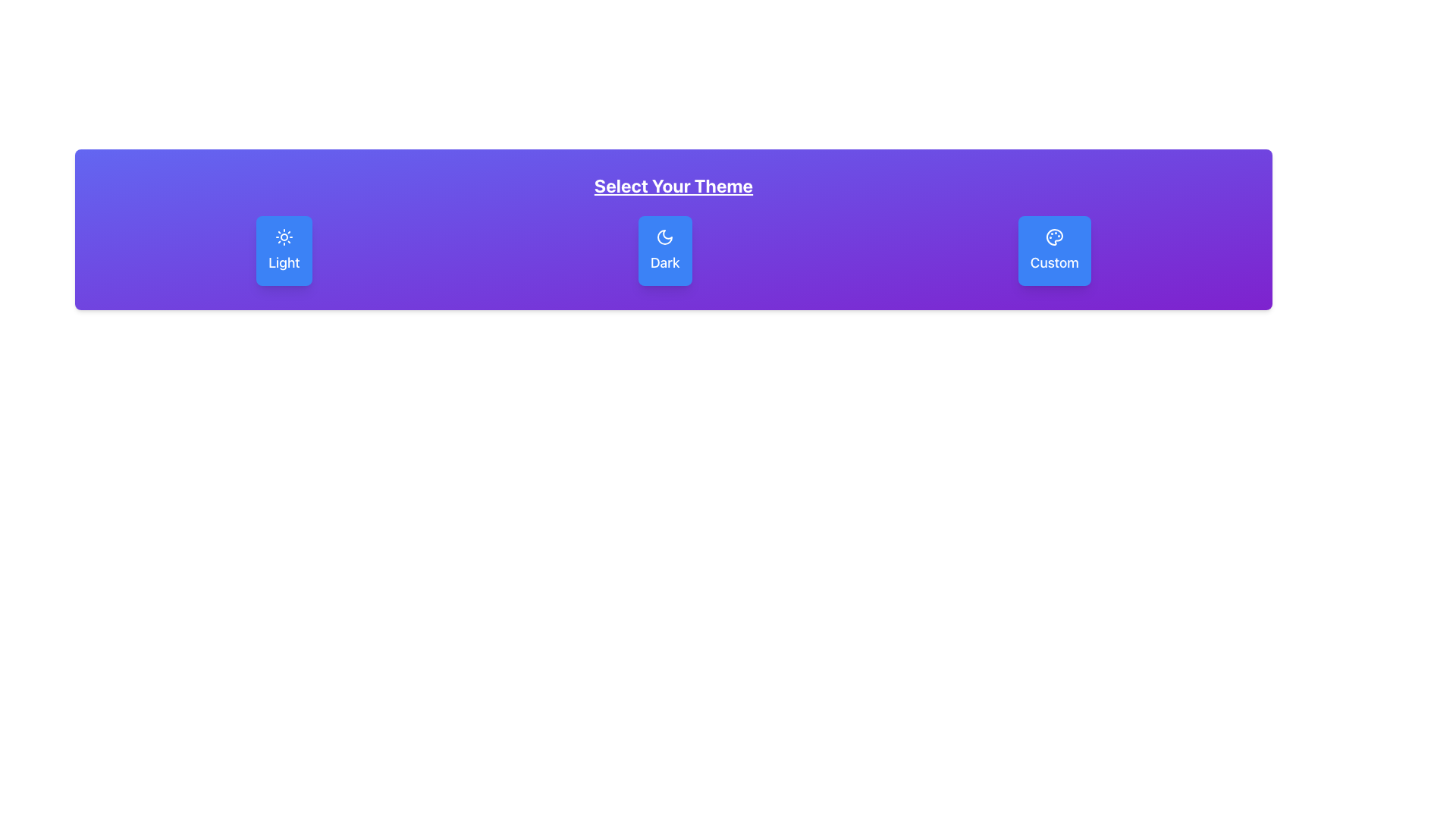 This screenshot has height=819, width=1456. What do you see at coordinates (665, 250) in the screenshot?
I see `the 'Dark' theme button located at the center of the horizontal row under the 'Select Your Theme' headline` at bounding box center [665, 250].